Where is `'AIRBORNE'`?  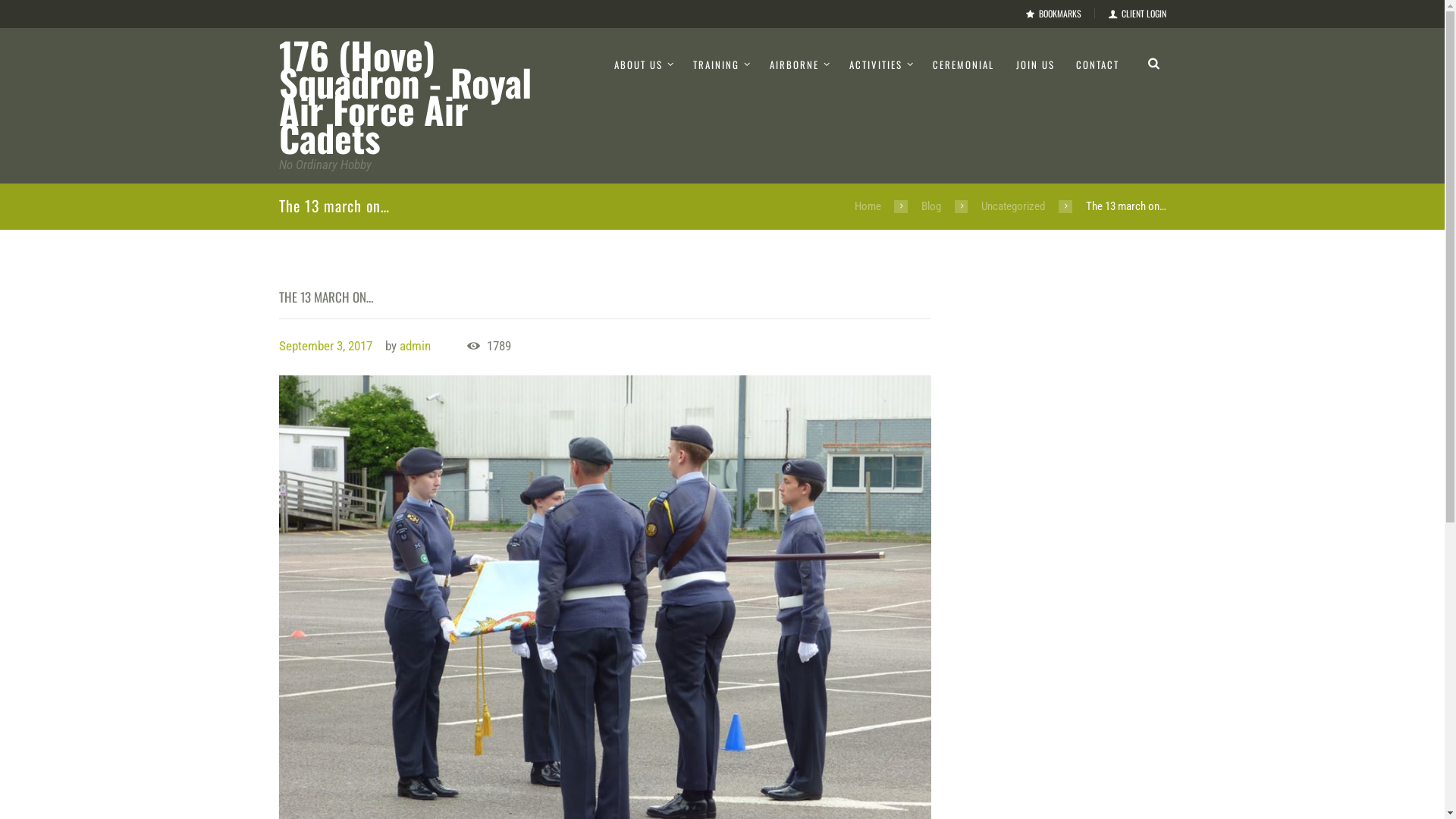
'AIRBORNE' is located at coordinates (798, 64).